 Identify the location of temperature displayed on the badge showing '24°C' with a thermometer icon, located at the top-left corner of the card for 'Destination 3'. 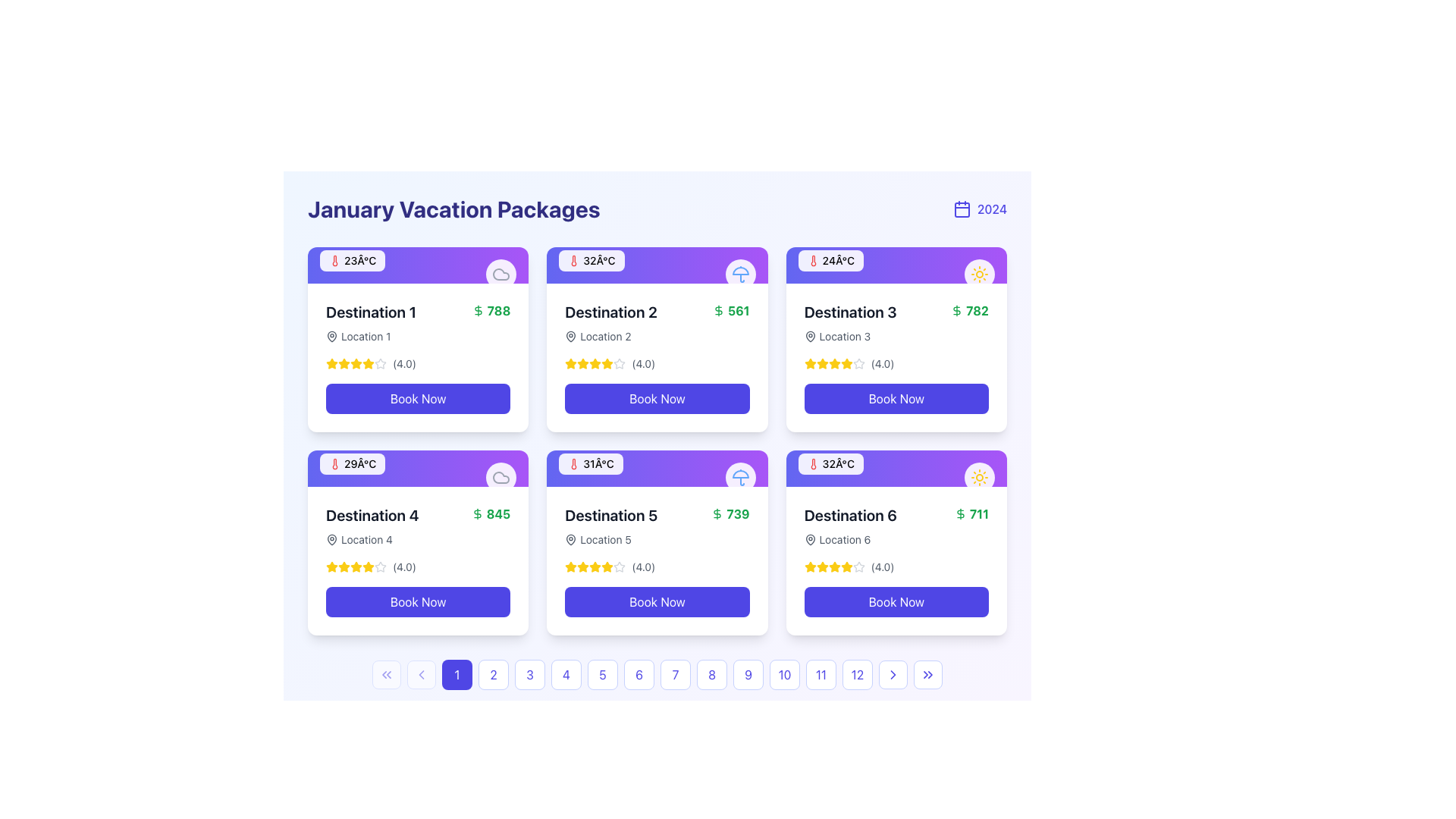
(830, 259).